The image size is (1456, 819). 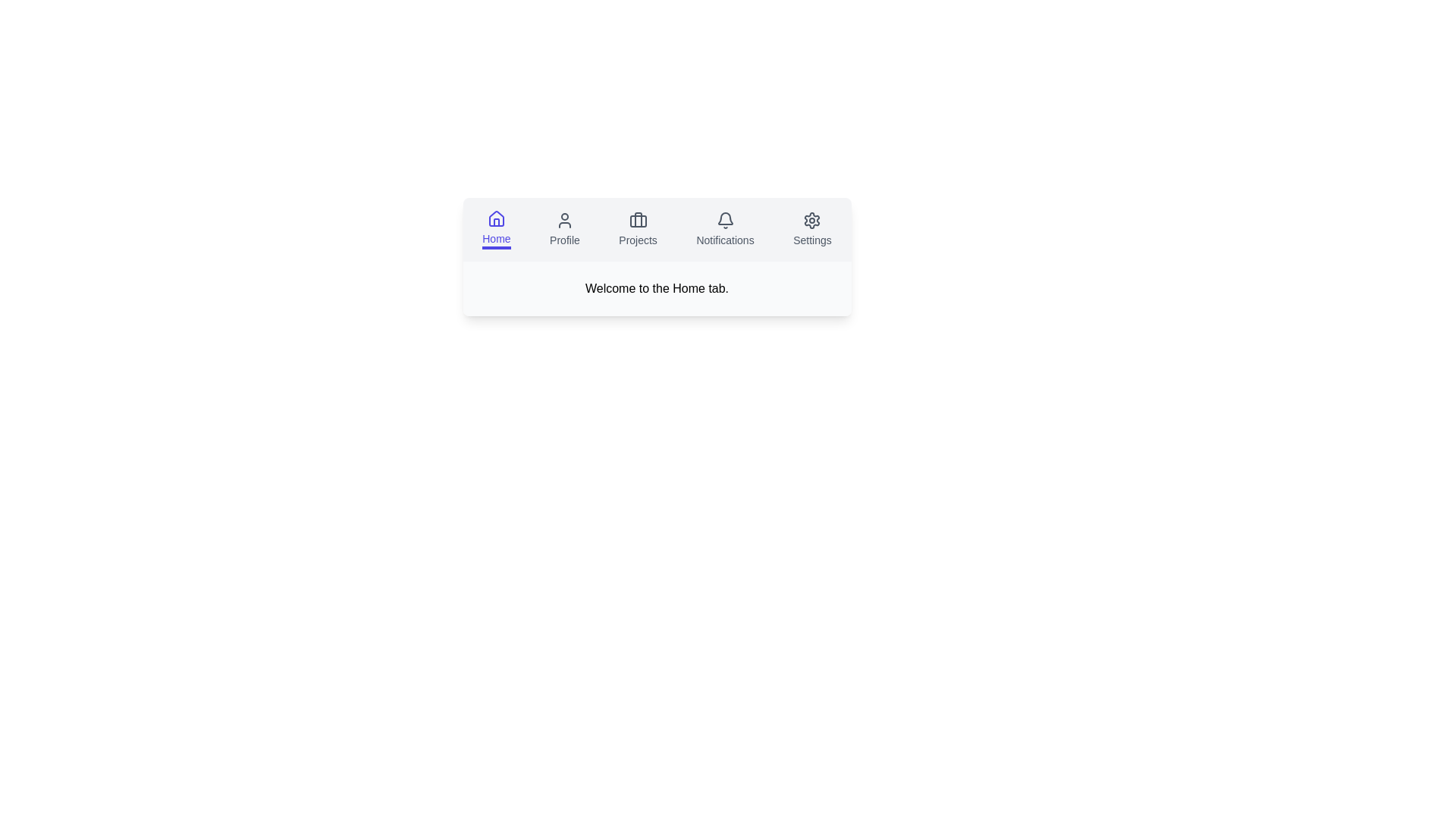 I want to click on the briefcase icon located in the Projects menu, so click(x=638, y=220).